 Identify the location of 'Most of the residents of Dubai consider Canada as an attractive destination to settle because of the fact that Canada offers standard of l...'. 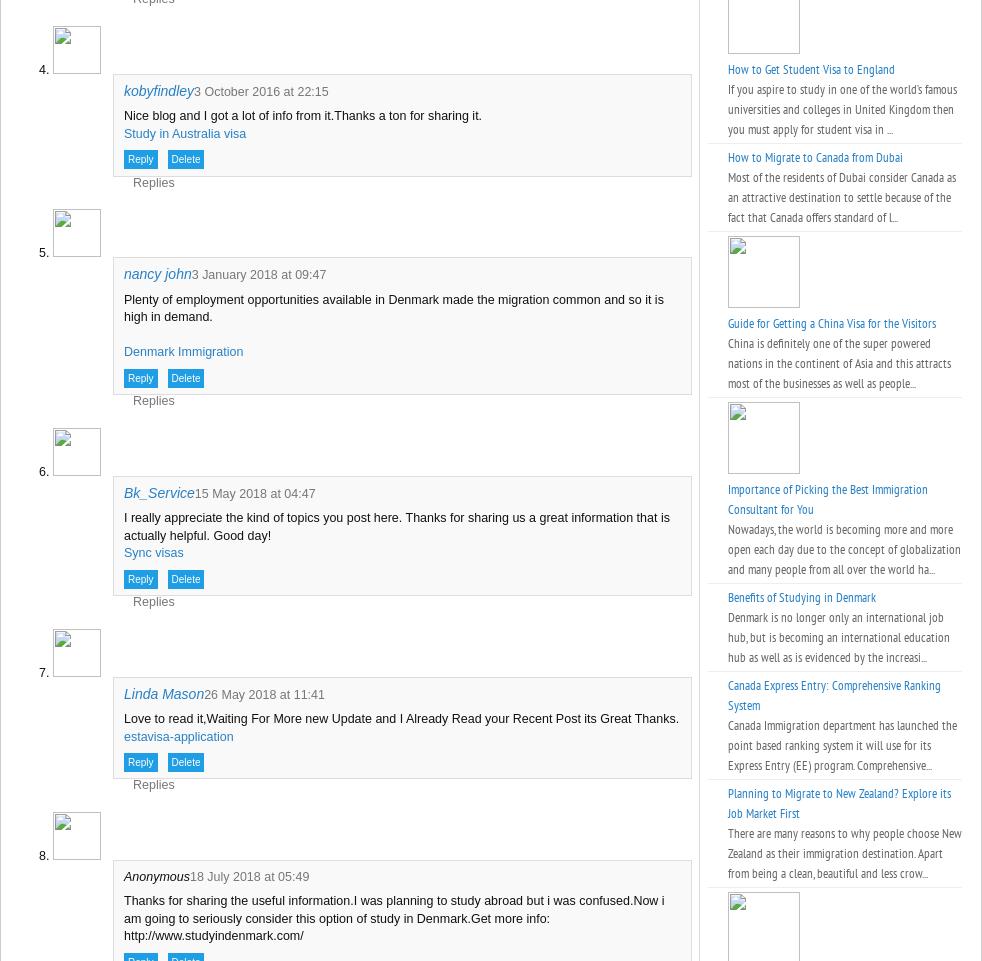
(841, 197).